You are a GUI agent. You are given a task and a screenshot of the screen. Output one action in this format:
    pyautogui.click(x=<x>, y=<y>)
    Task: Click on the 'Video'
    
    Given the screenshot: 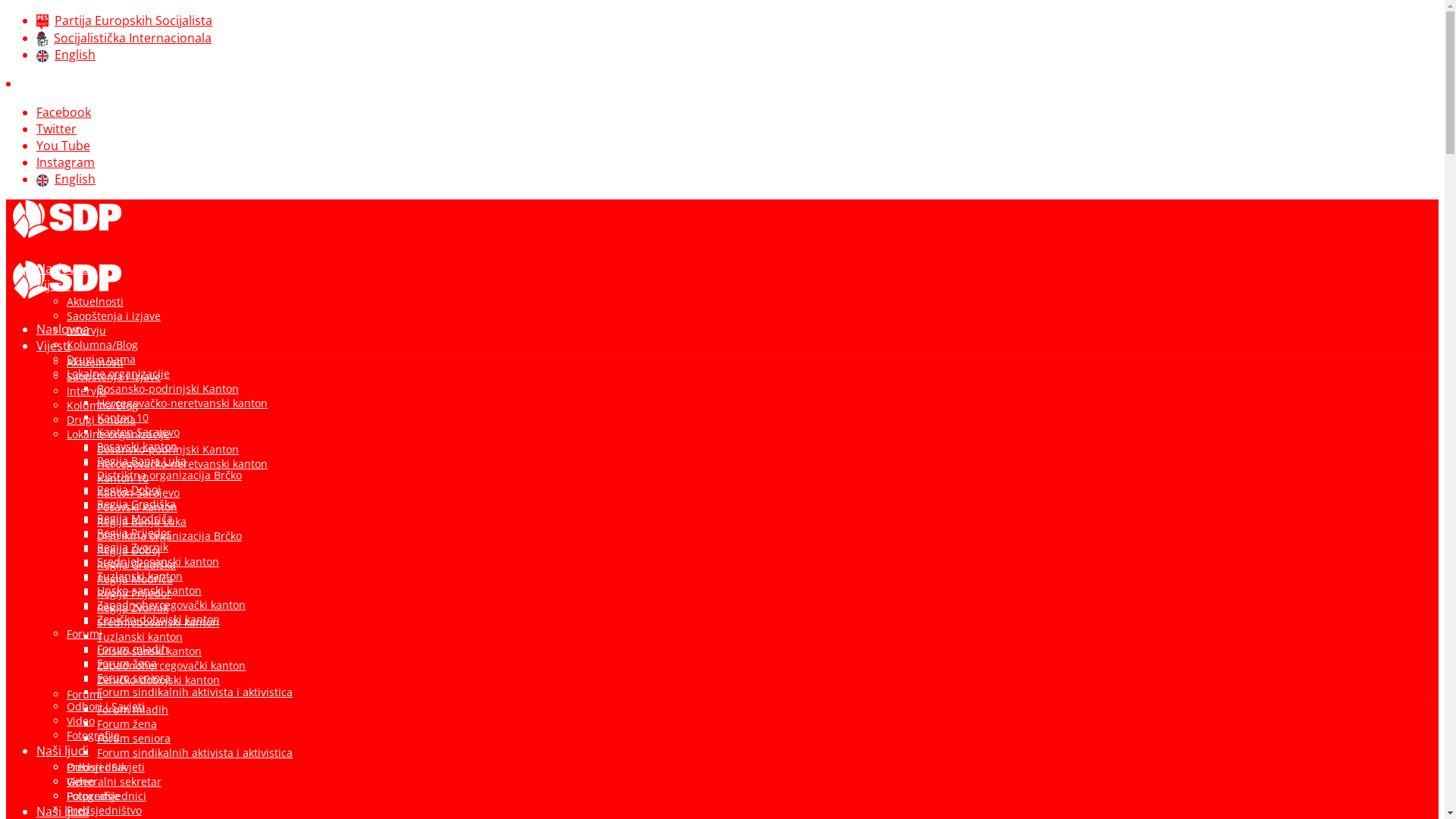 What is the action you would take?
    pyautogui.click(x=80, y=720)
    